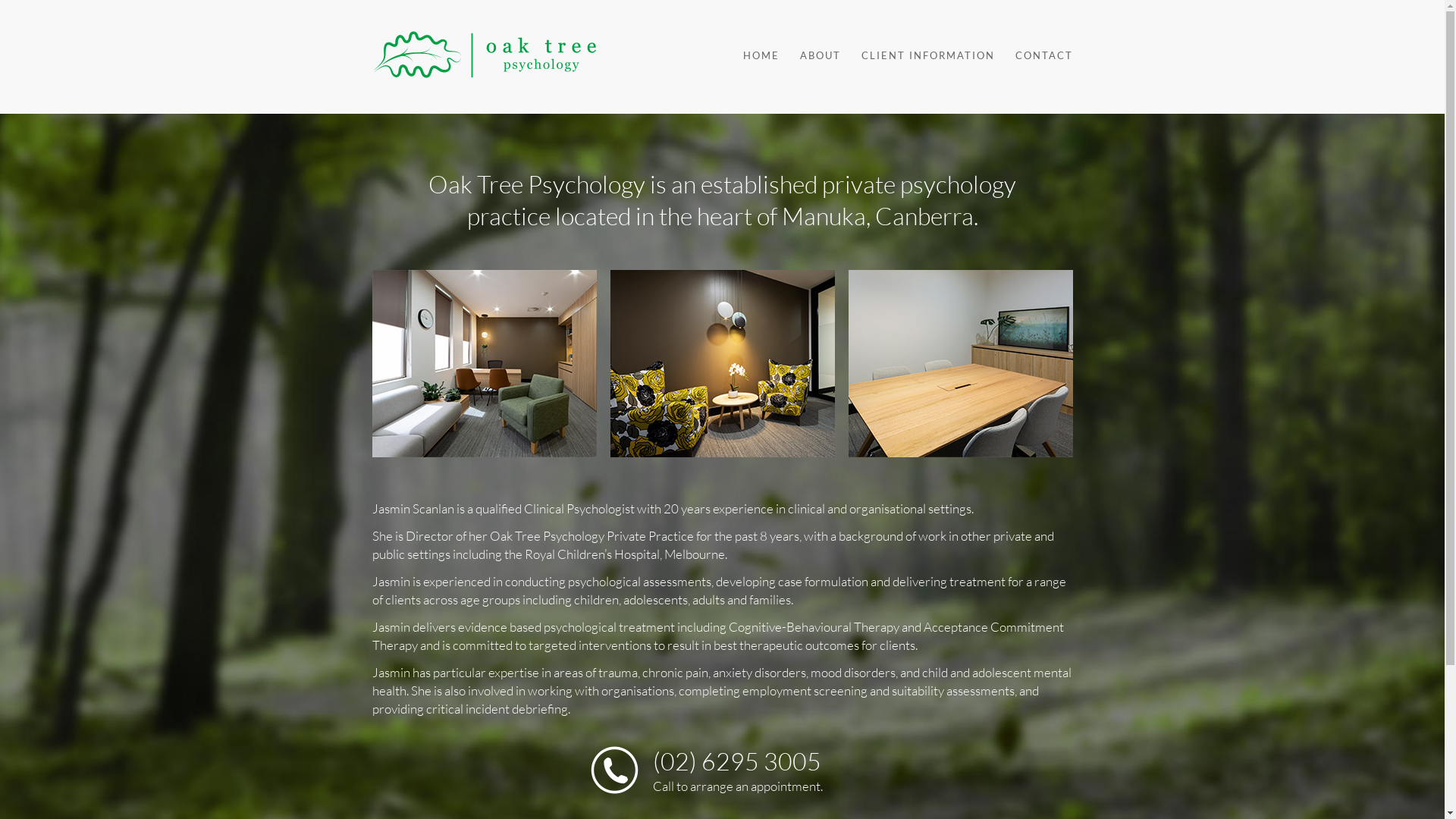 The height and width of the screenshot is (819, 1456). Describe the element at coordinates (752, 55) in the screenshot. I see `'HOME'` at that location.